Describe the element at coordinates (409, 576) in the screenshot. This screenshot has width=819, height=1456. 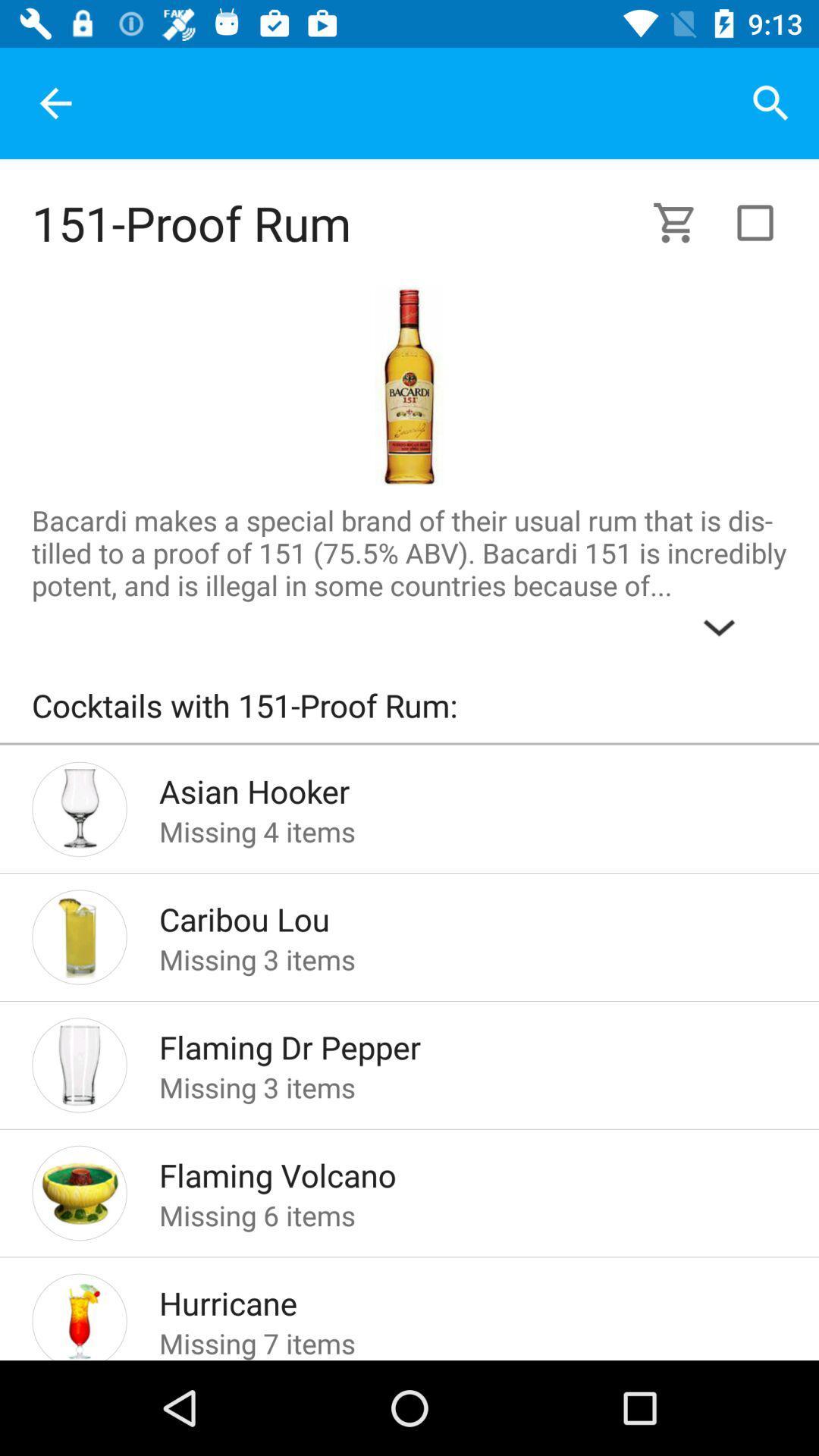
I see `icon above cocktails with 151` at that location.